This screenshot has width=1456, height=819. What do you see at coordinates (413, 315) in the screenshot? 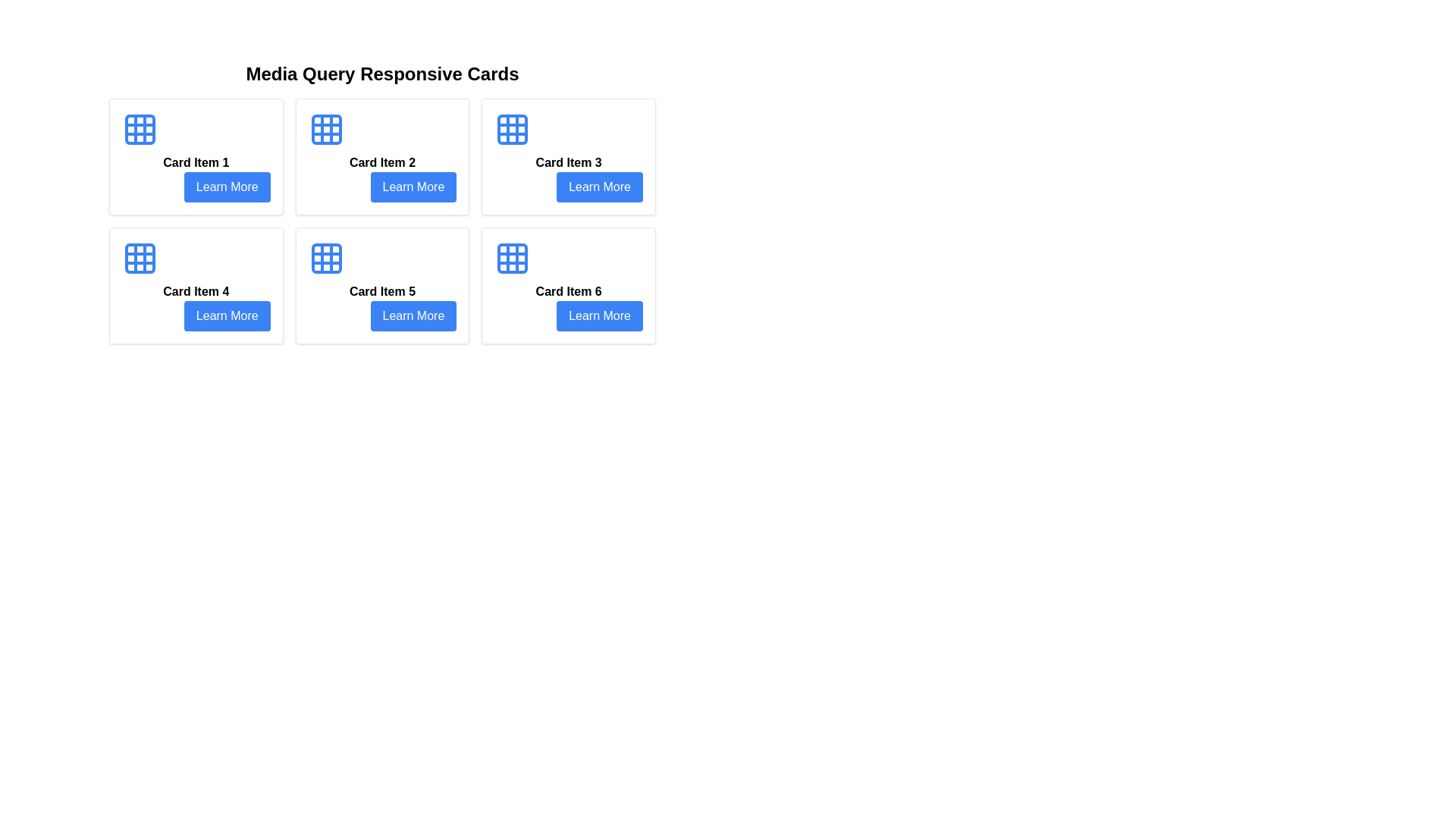
I see `the button located in the lower-right corner of 'Card Item 5'` at bounding box center [413, 315].